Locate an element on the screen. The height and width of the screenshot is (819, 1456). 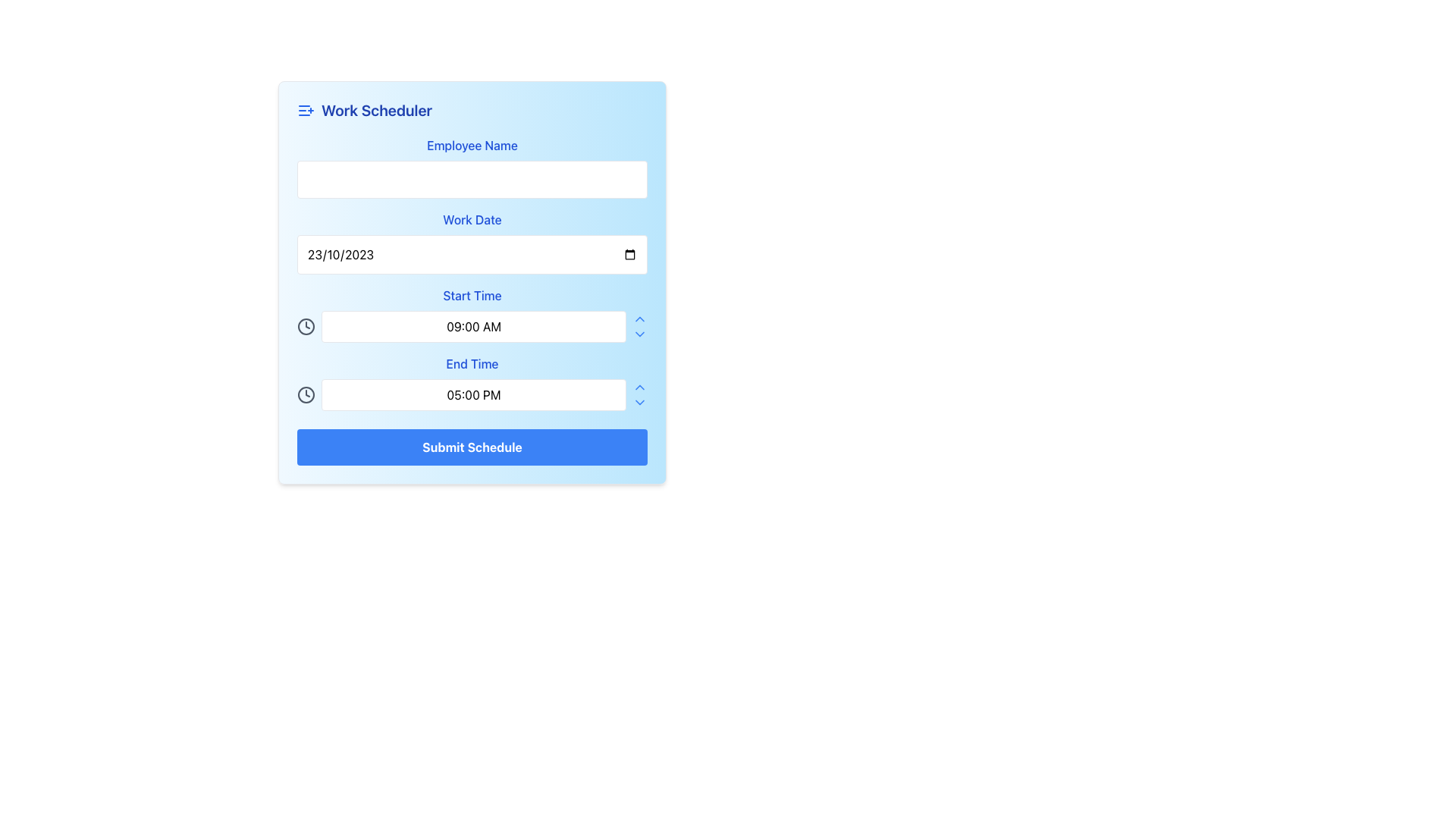
the clock icon located to the left of the time input field displaying '09:00 AM' in the 'Start Time' section is located at coordinates (305, 326).